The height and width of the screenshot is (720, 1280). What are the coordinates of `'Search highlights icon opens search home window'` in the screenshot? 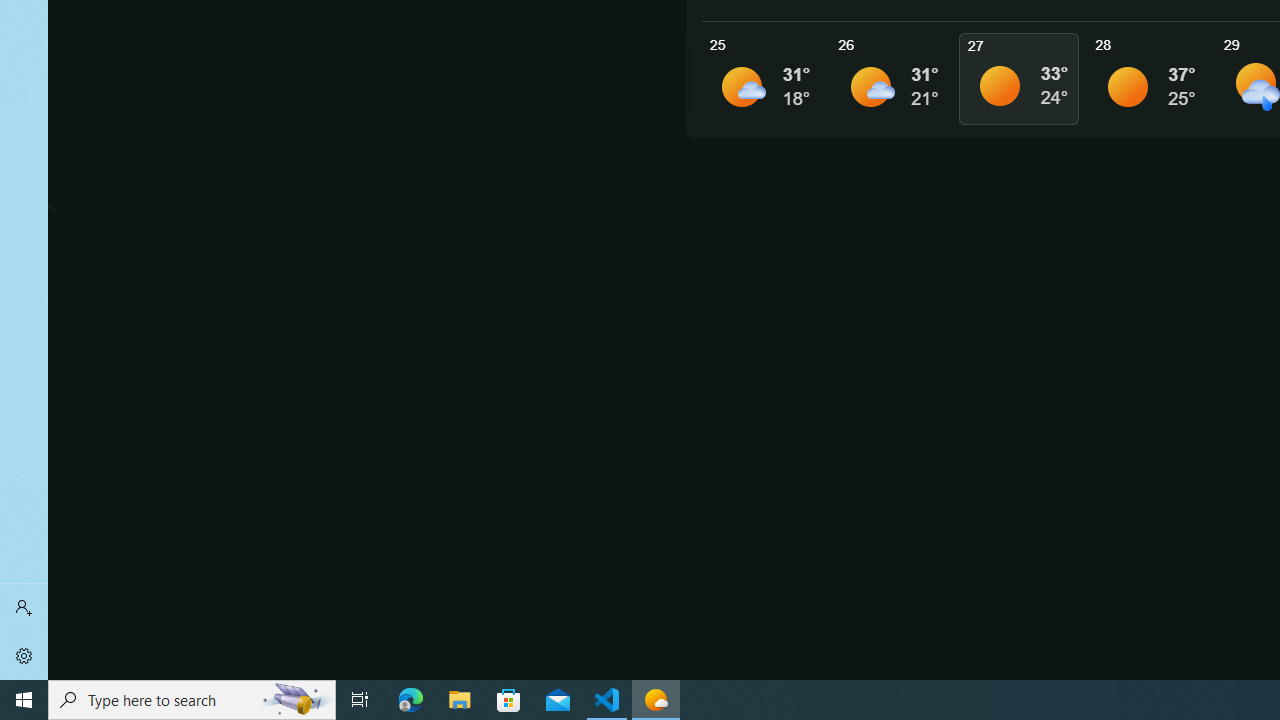 It's located at (294, 698).